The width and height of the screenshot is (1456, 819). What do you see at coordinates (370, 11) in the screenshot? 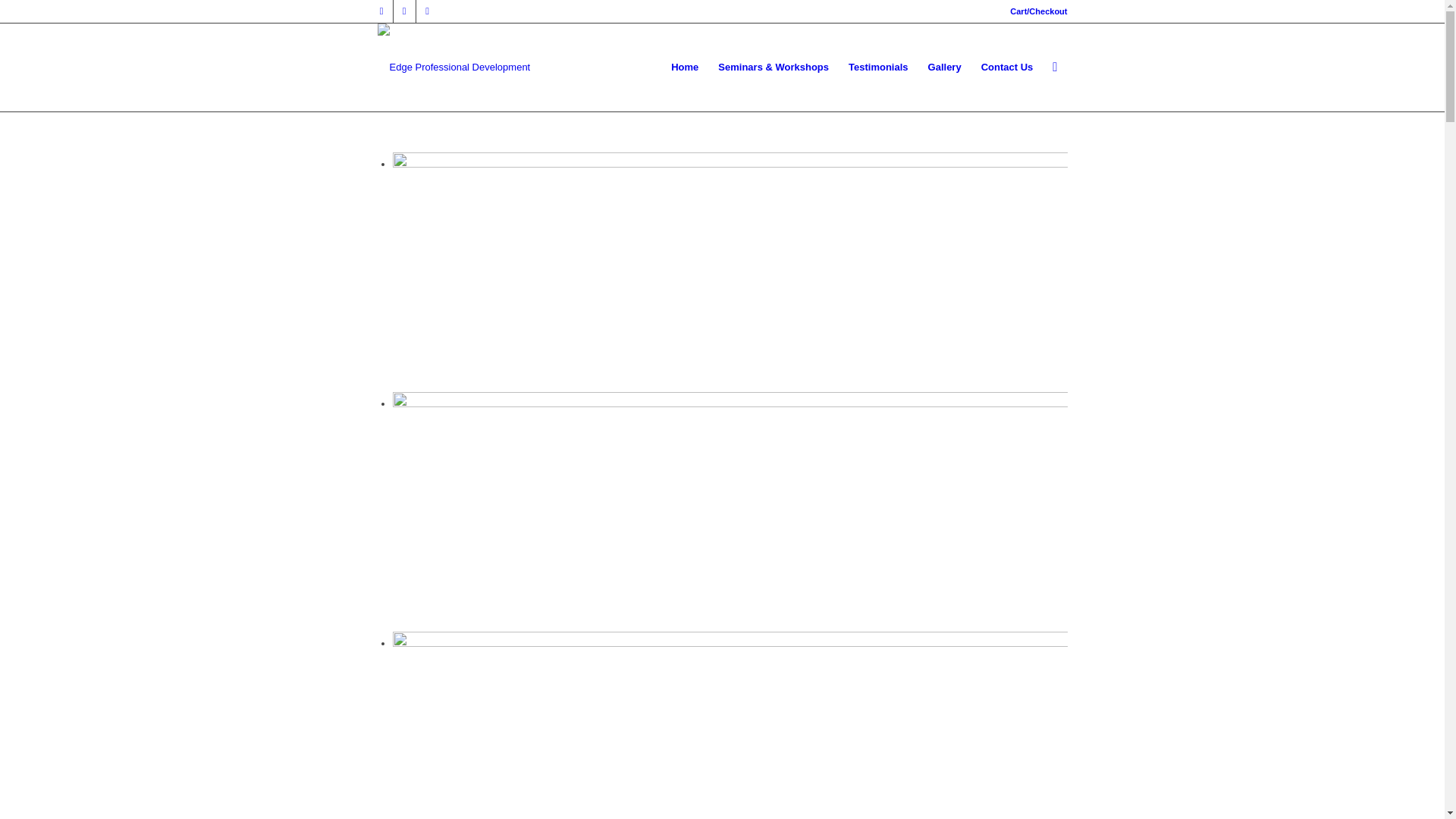
I see `'Facebook'` at bounding box center [370, 11].